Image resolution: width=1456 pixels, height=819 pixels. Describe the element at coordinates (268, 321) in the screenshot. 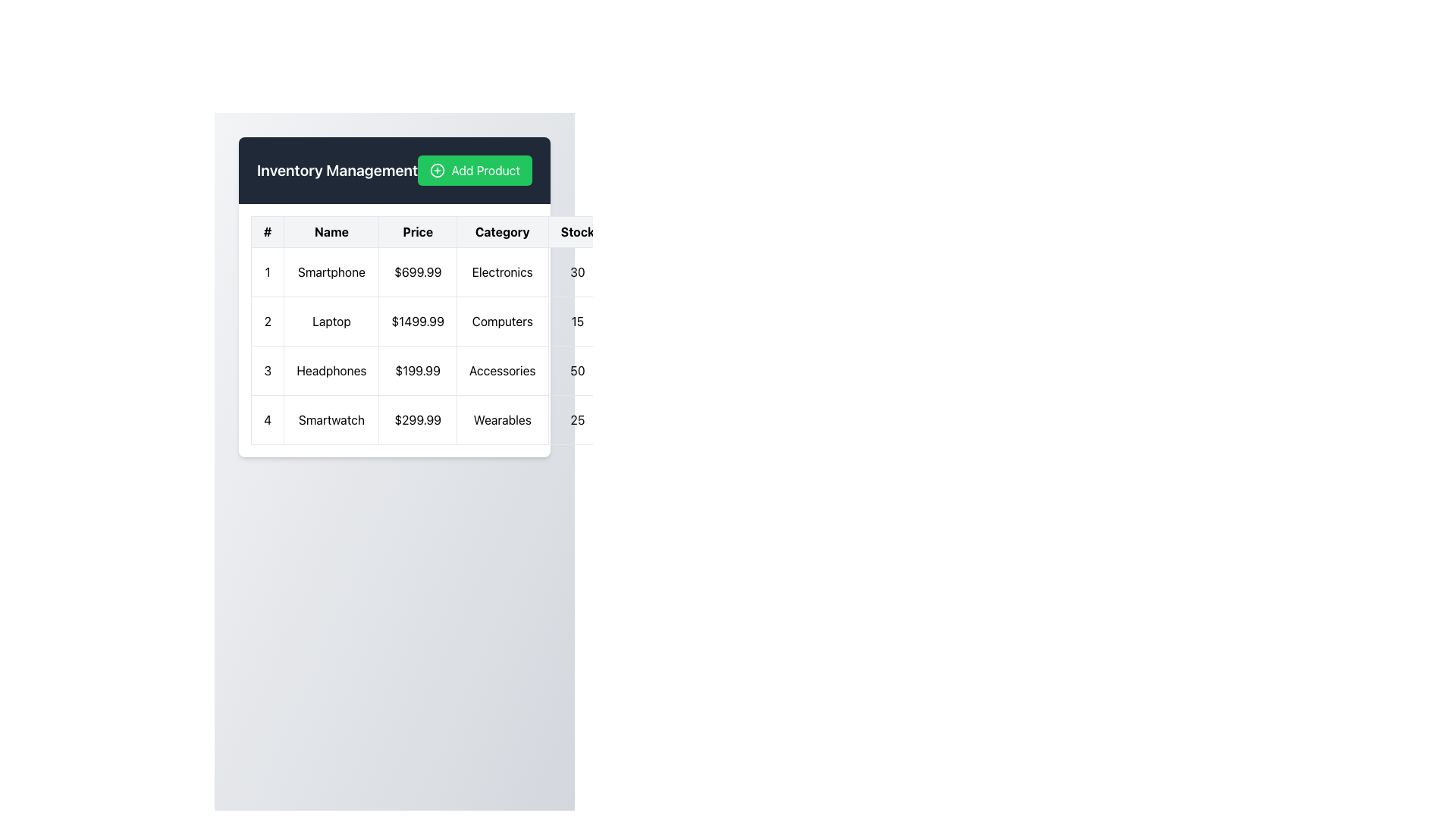

I see `the Text Label displaying the row index in the second row of the table, which is located beneath the '#' header and adjacent to the 'Laptop' text` at that location.